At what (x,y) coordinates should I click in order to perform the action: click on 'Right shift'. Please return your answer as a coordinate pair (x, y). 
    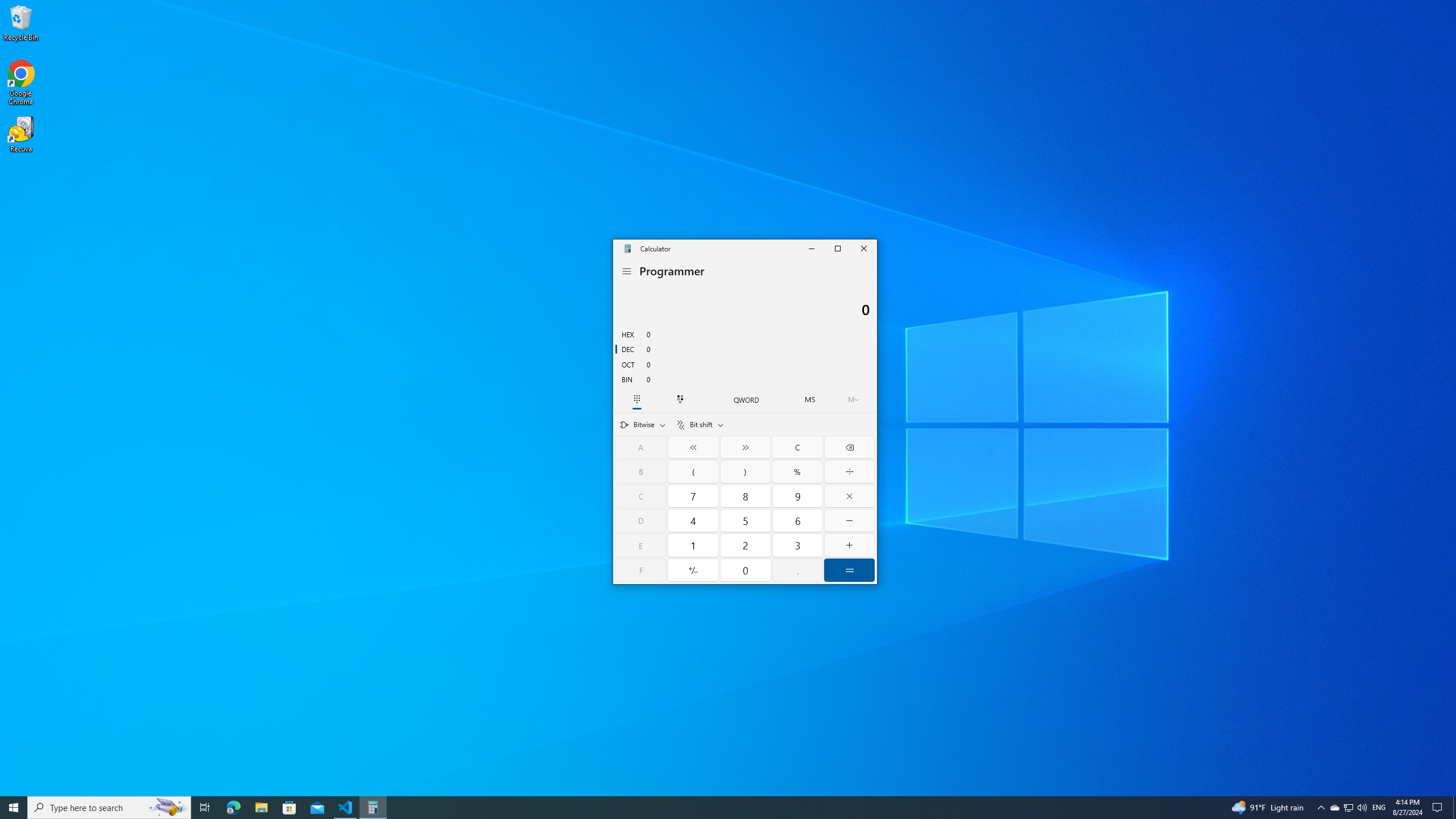
    Looking at the image, I should click on (744, 446).